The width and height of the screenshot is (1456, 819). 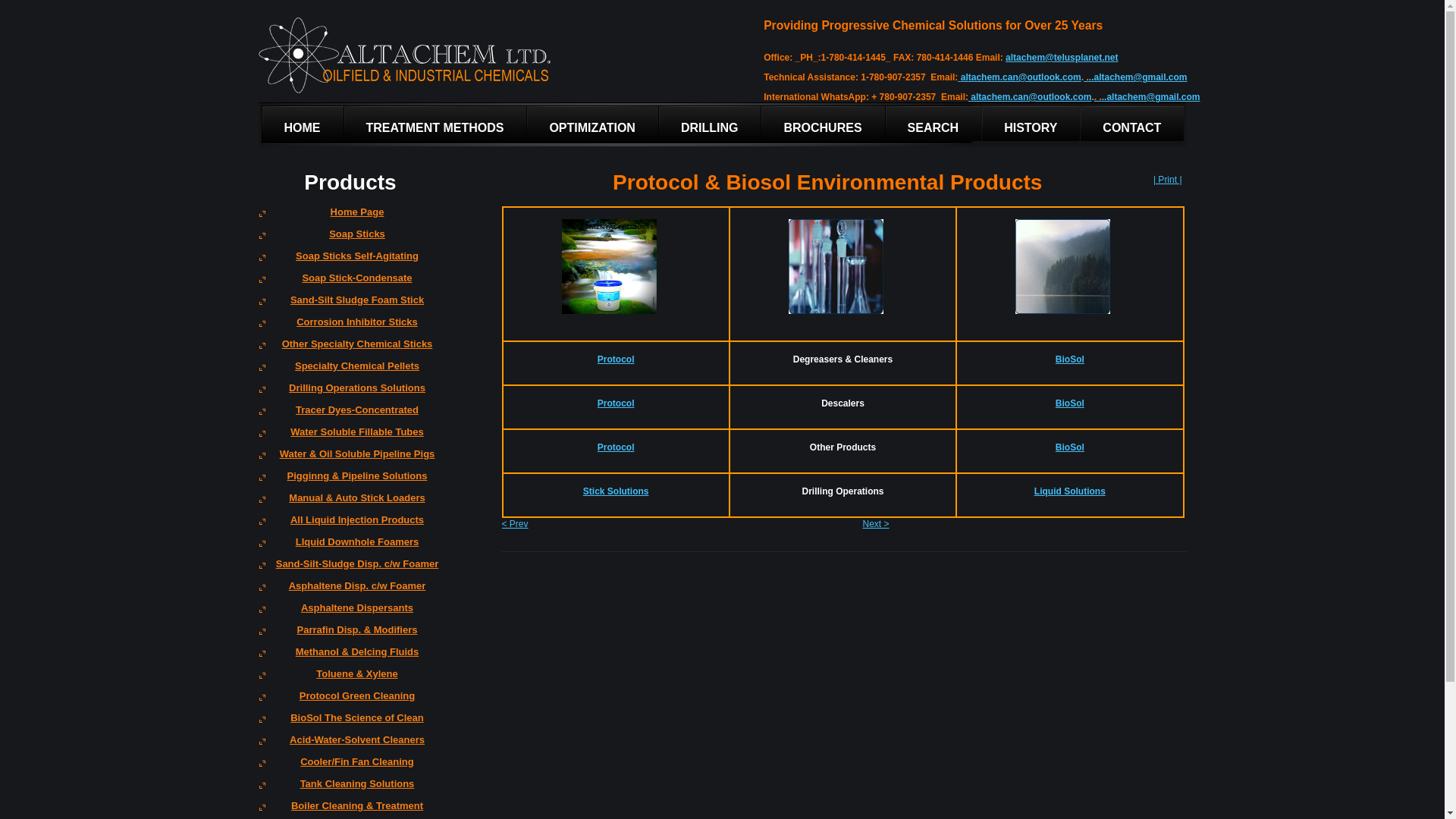 What do you see at coordinates (350, 701) in the screenshot?
I see `'Protocol Green Cleaning'` at bounding box center [350, 701].